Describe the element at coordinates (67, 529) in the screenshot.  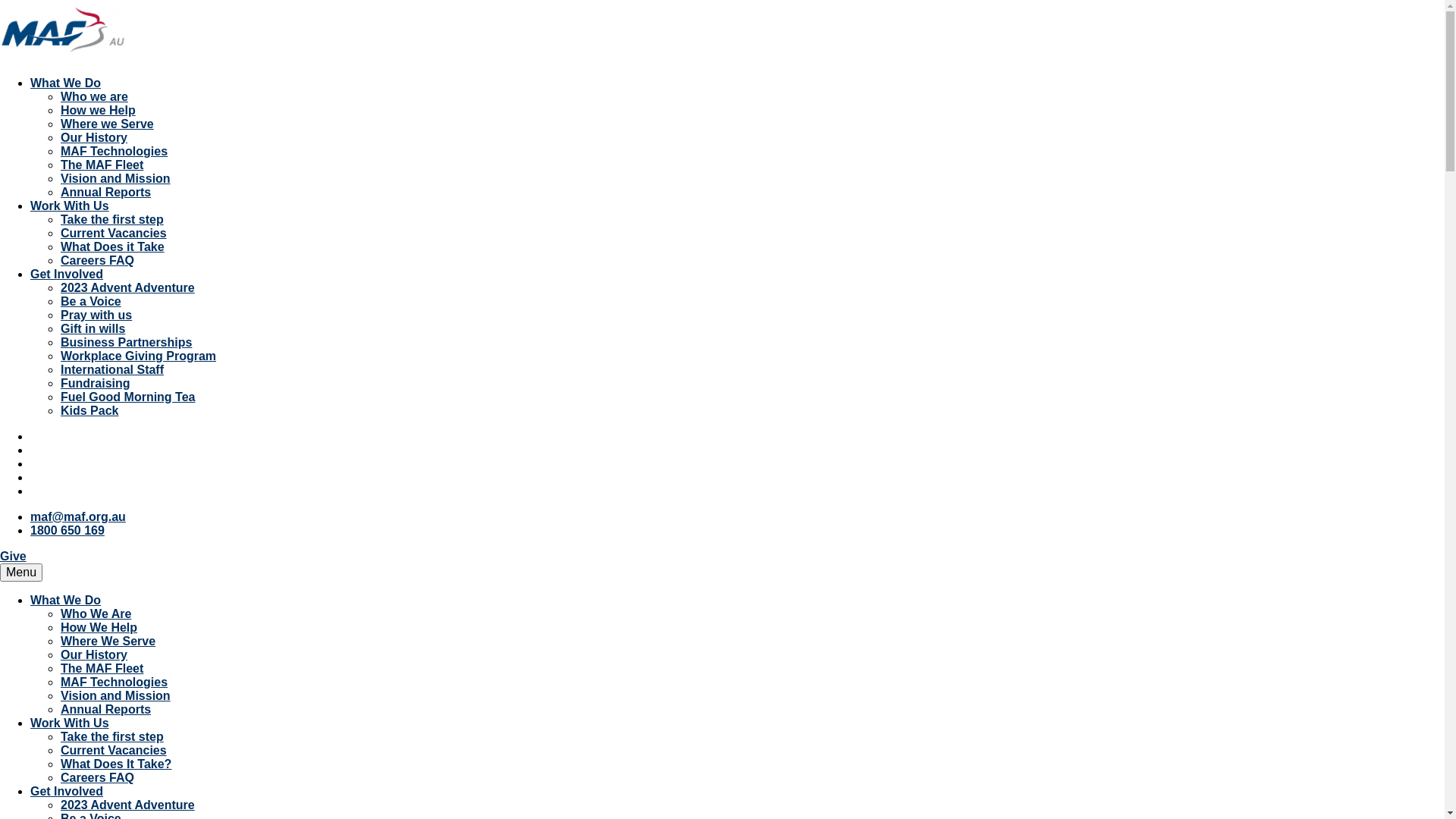
I see `'1800 650 169'` at that location.